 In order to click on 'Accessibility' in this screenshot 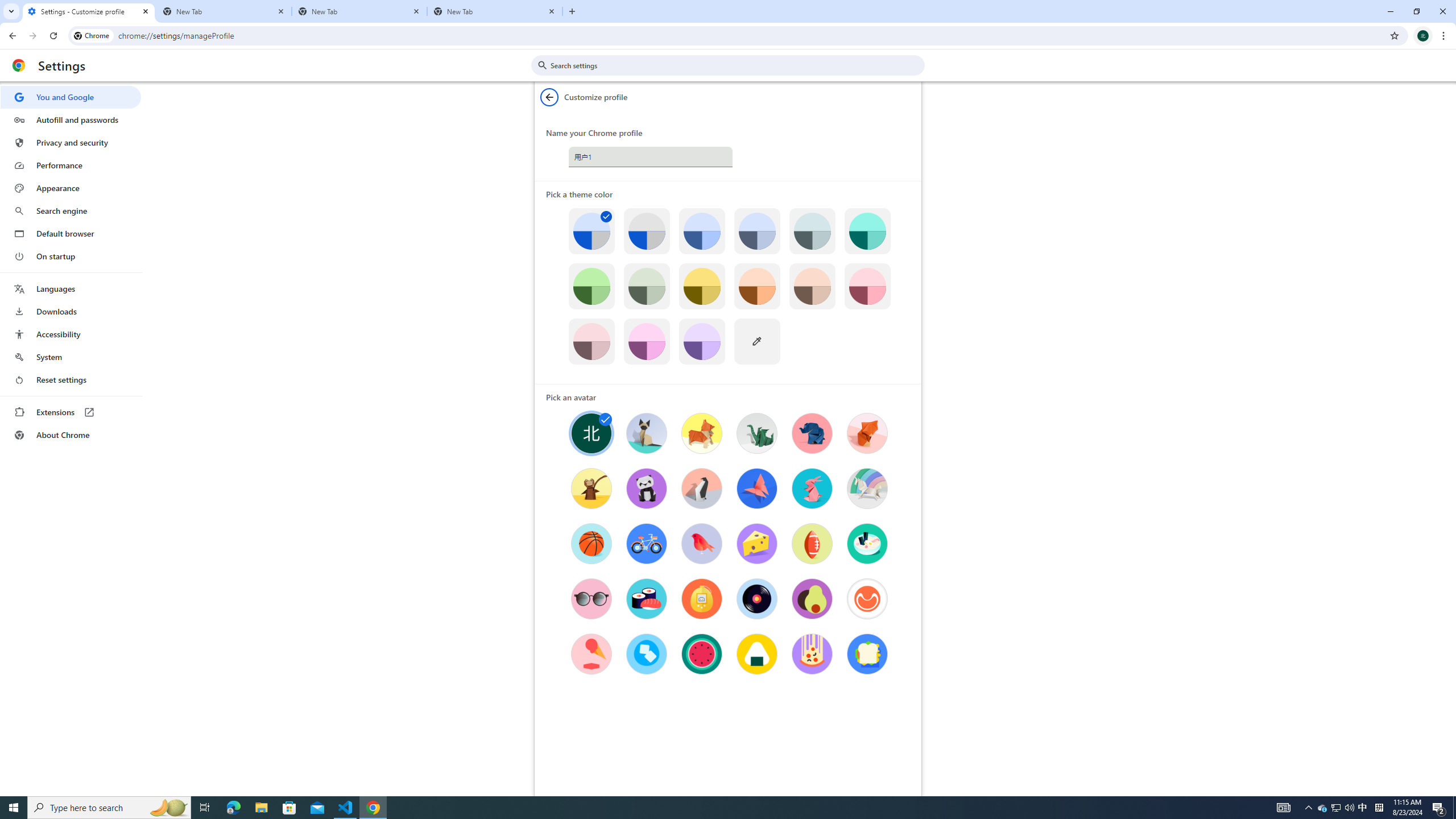, I will do `click(70, 333)`.